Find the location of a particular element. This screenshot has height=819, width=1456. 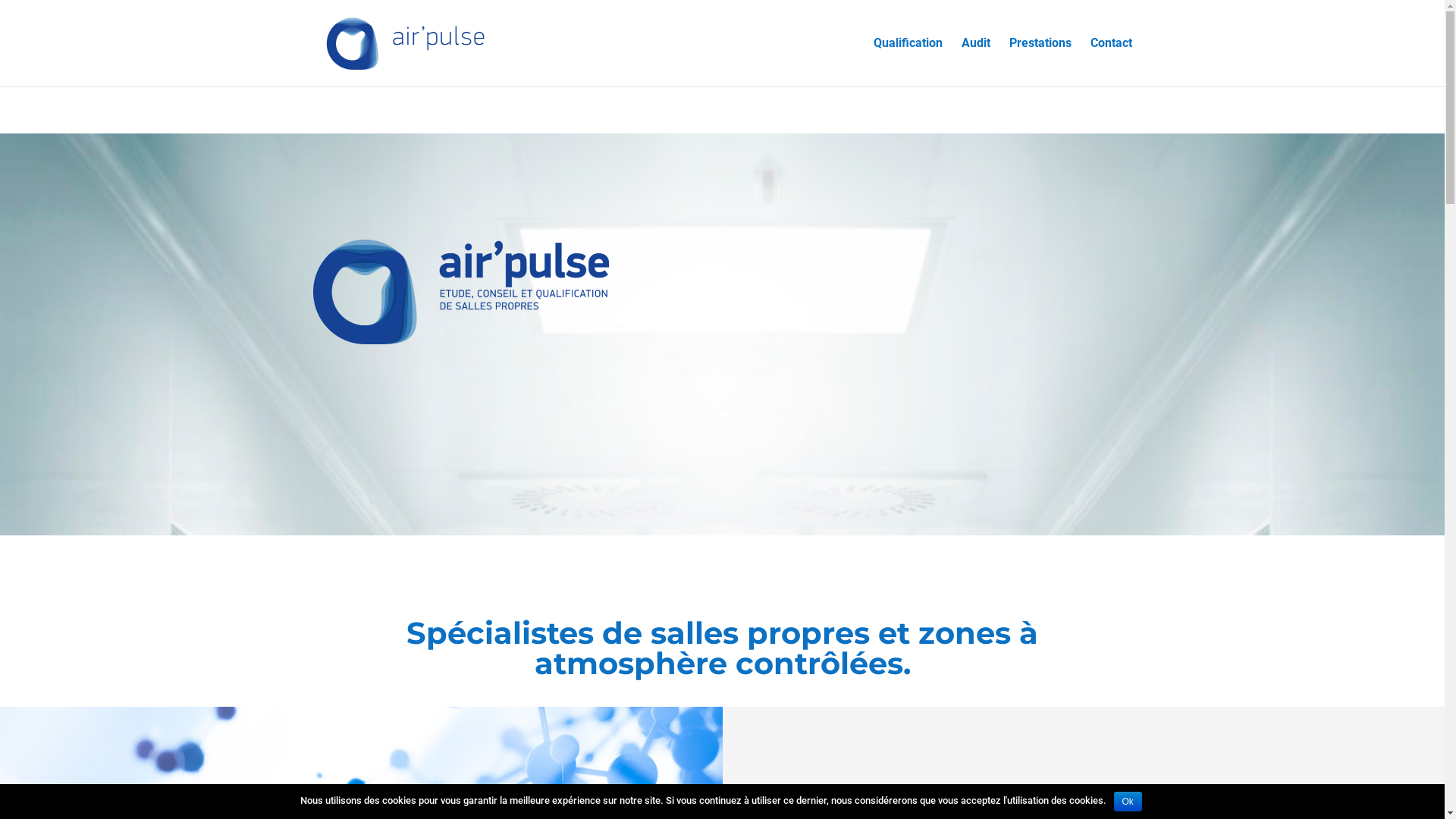

'Audit' is located at coordinates (960, 61).